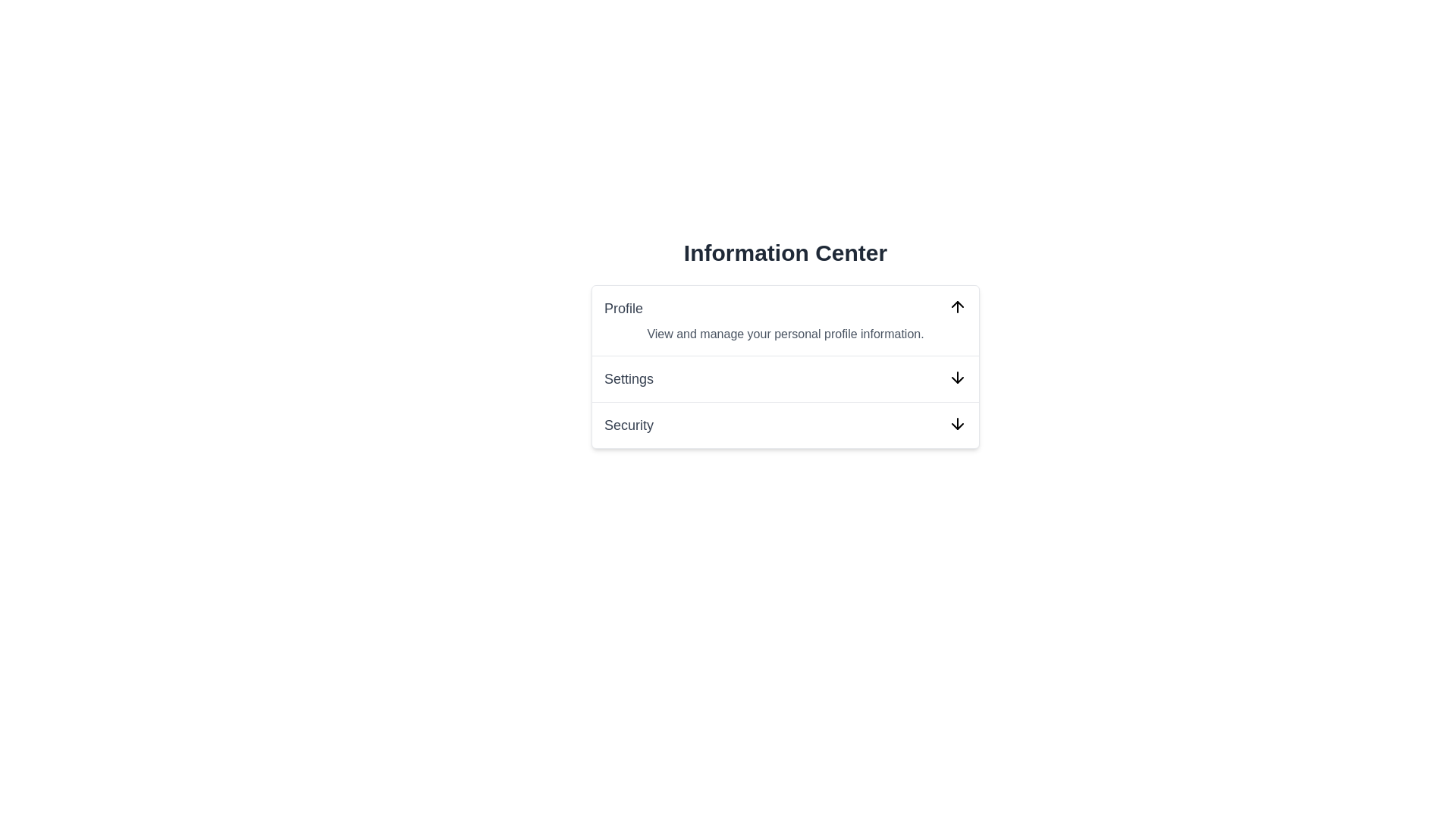 This screenshot has height=819, width=1456. I want to click on 'Settings' label located in the second row of the 'Information Center' menu, positioned to the left of the downward arrow icon, so click(629, 378).